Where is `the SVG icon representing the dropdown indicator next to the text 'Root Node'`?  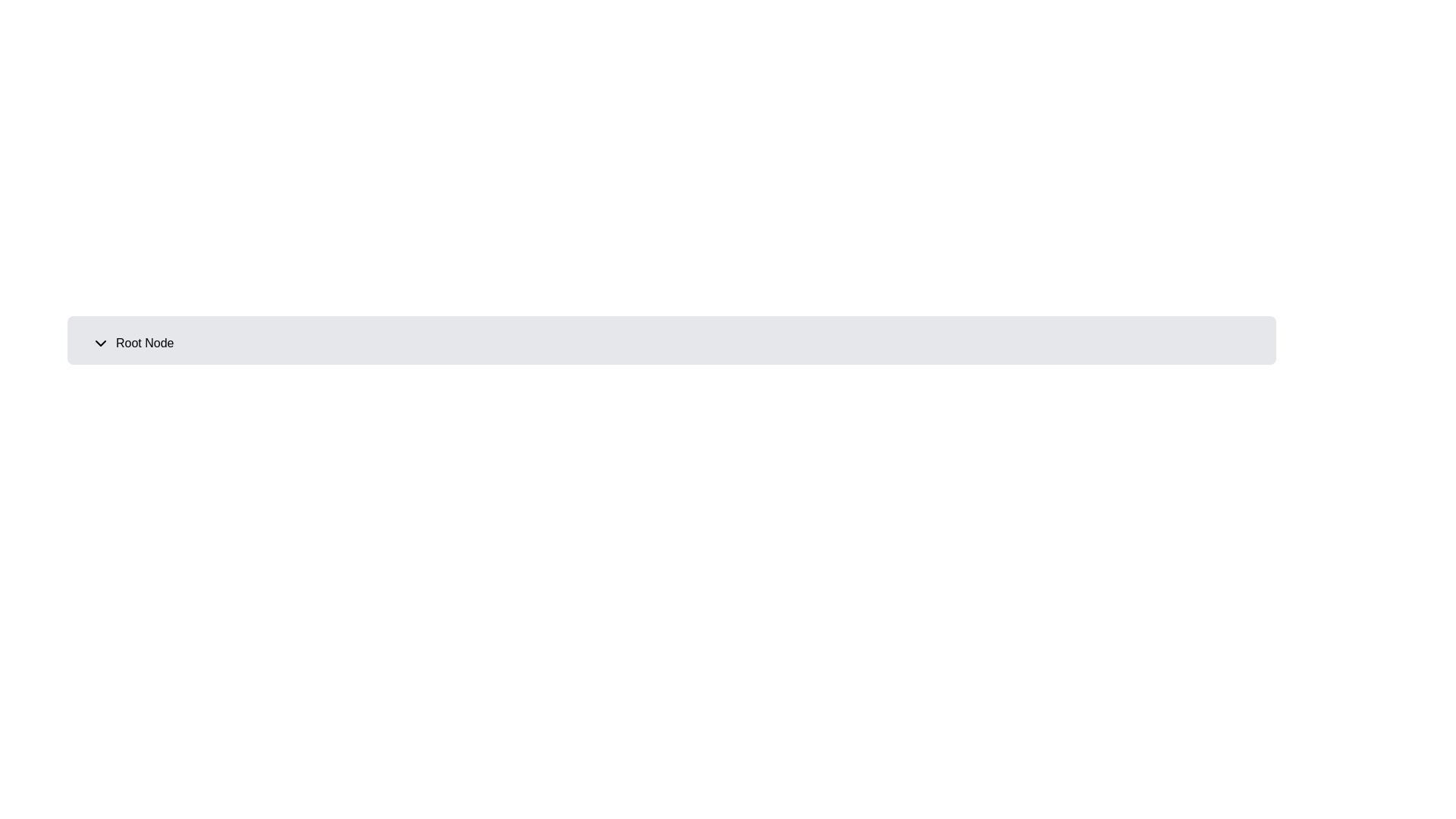 the SVG icon representing the dropdown indicator next to the text 'Root Node' is located at coordinates (100, 343).